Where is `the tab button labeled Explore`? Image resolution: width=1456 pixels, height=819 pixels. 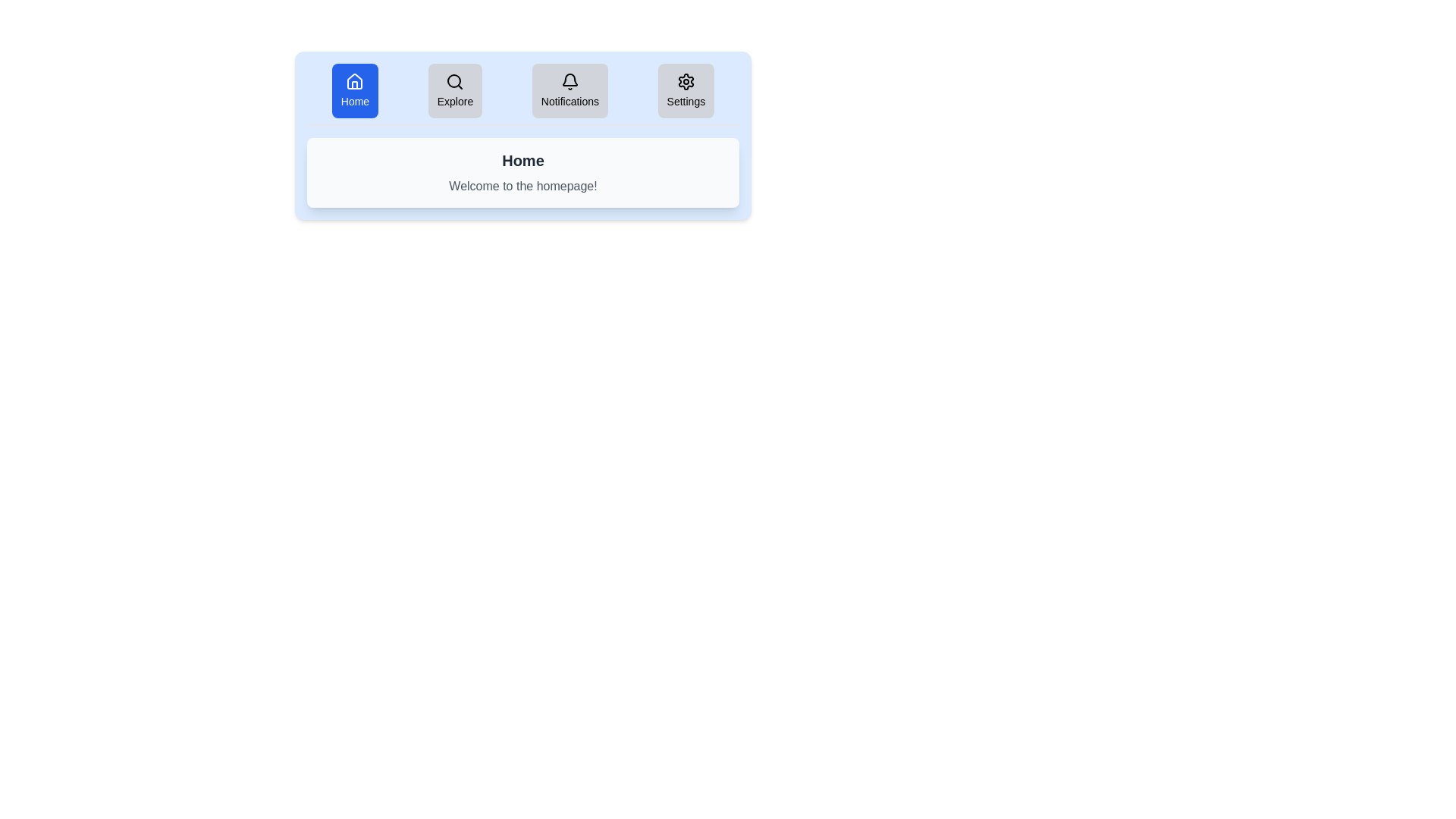 the tab button labeled Explore is located at coordinates (454, 90).